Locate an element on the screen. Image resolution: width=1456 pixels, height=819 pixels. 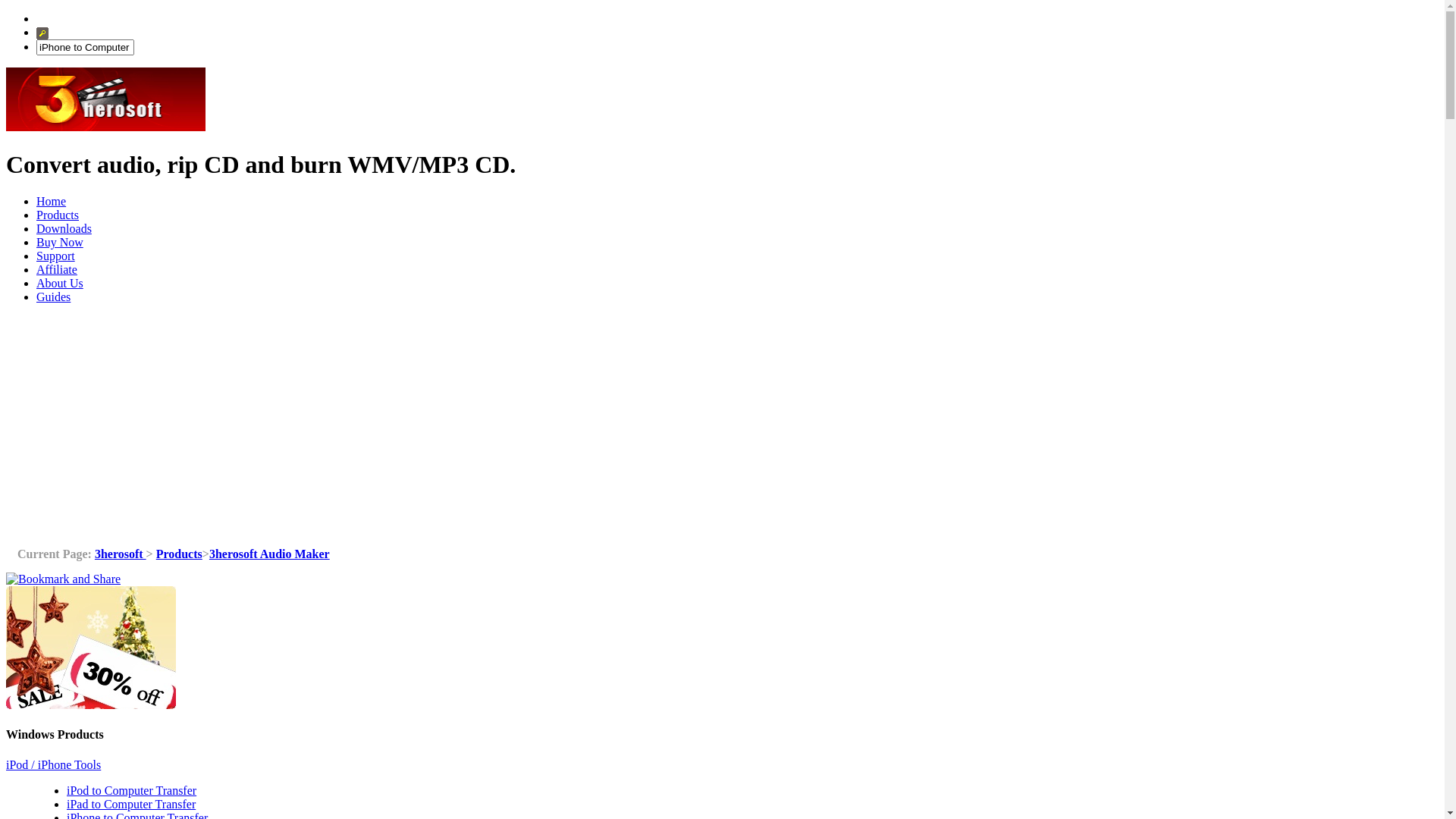
'Go' is located at coordinates (42, 33).